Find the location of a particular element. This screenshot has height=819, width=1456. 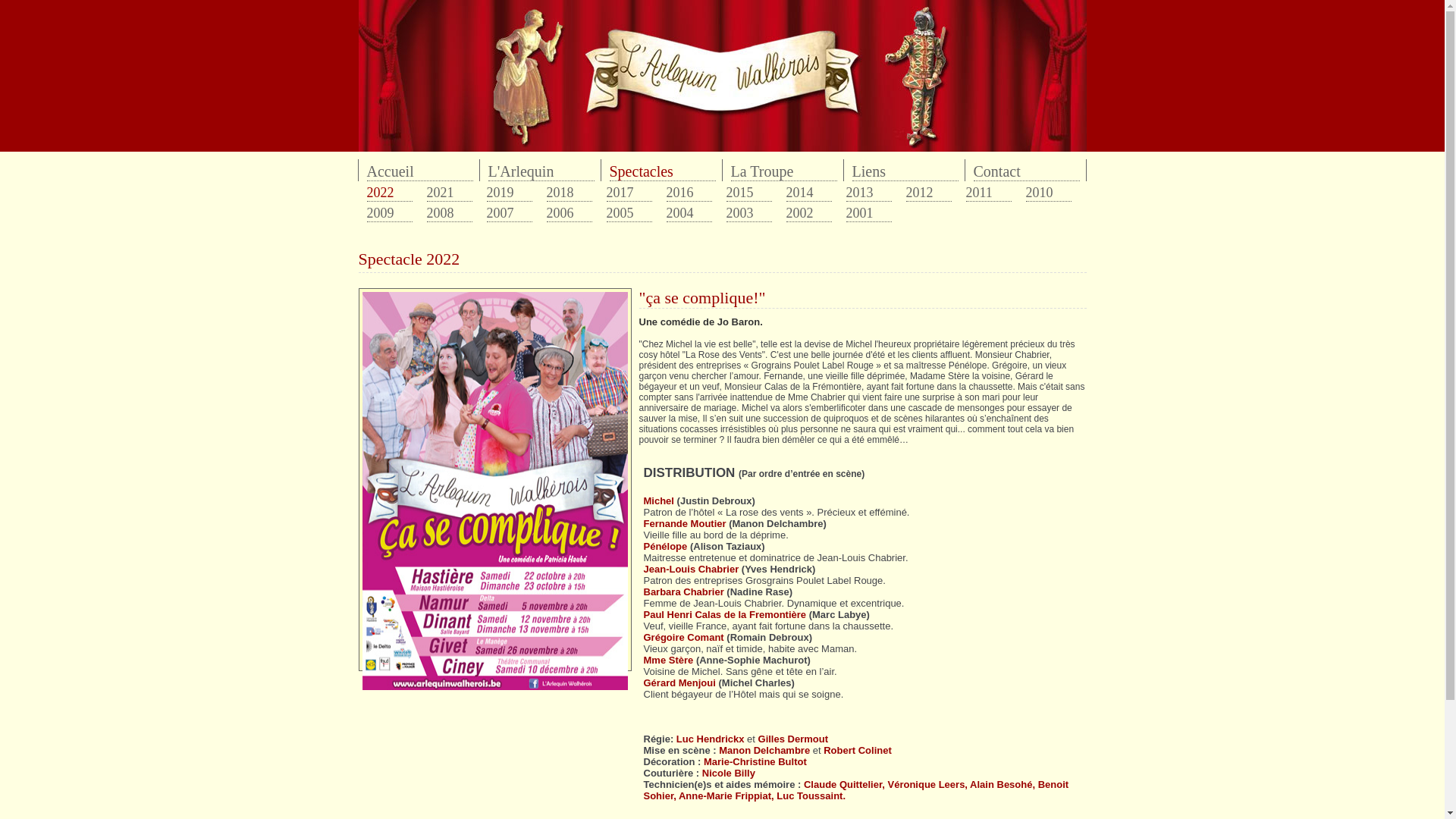

'2002' is located at coordinates (786, 213).